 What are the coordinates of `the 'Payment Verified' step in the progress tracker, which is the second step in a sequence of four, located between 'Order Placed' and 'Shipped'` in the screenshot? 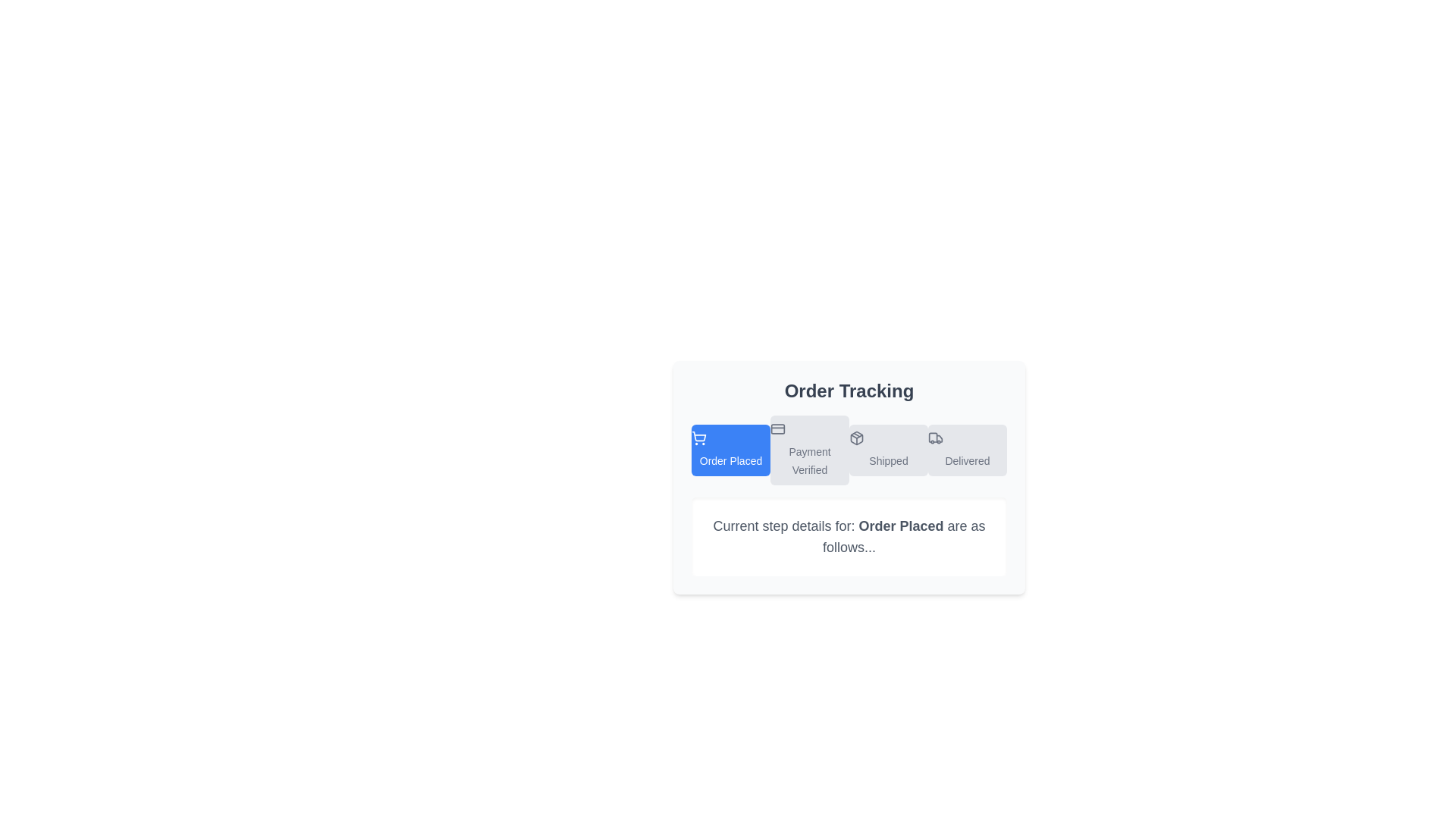 It's located at (809, 450).